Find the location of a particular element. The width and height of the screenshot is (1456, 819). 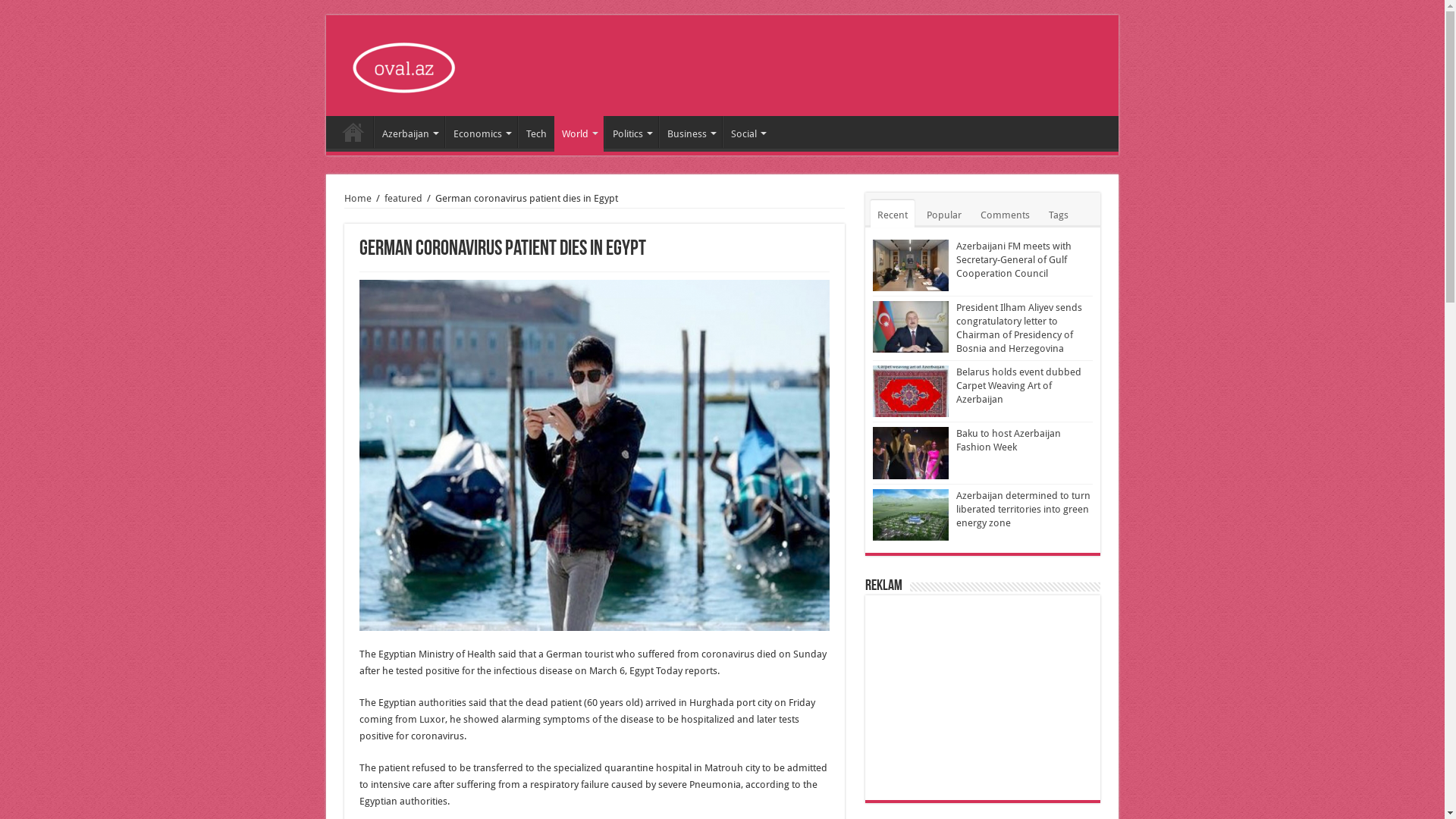

'Recent' is located at coordinates (892, 213).